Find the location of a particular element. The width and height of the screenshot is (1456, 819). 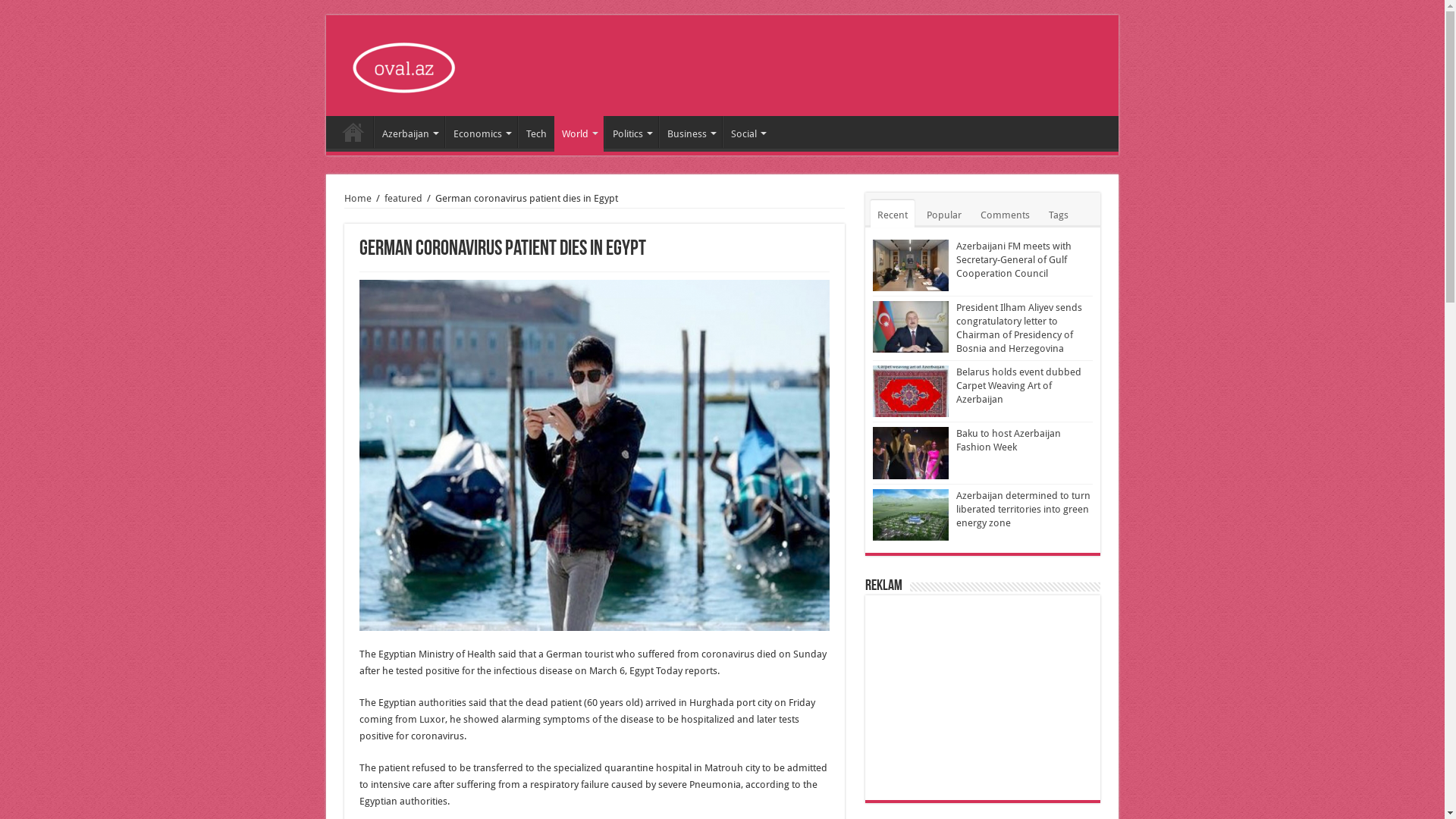

'Recent' is located at coordinates (892, 213).